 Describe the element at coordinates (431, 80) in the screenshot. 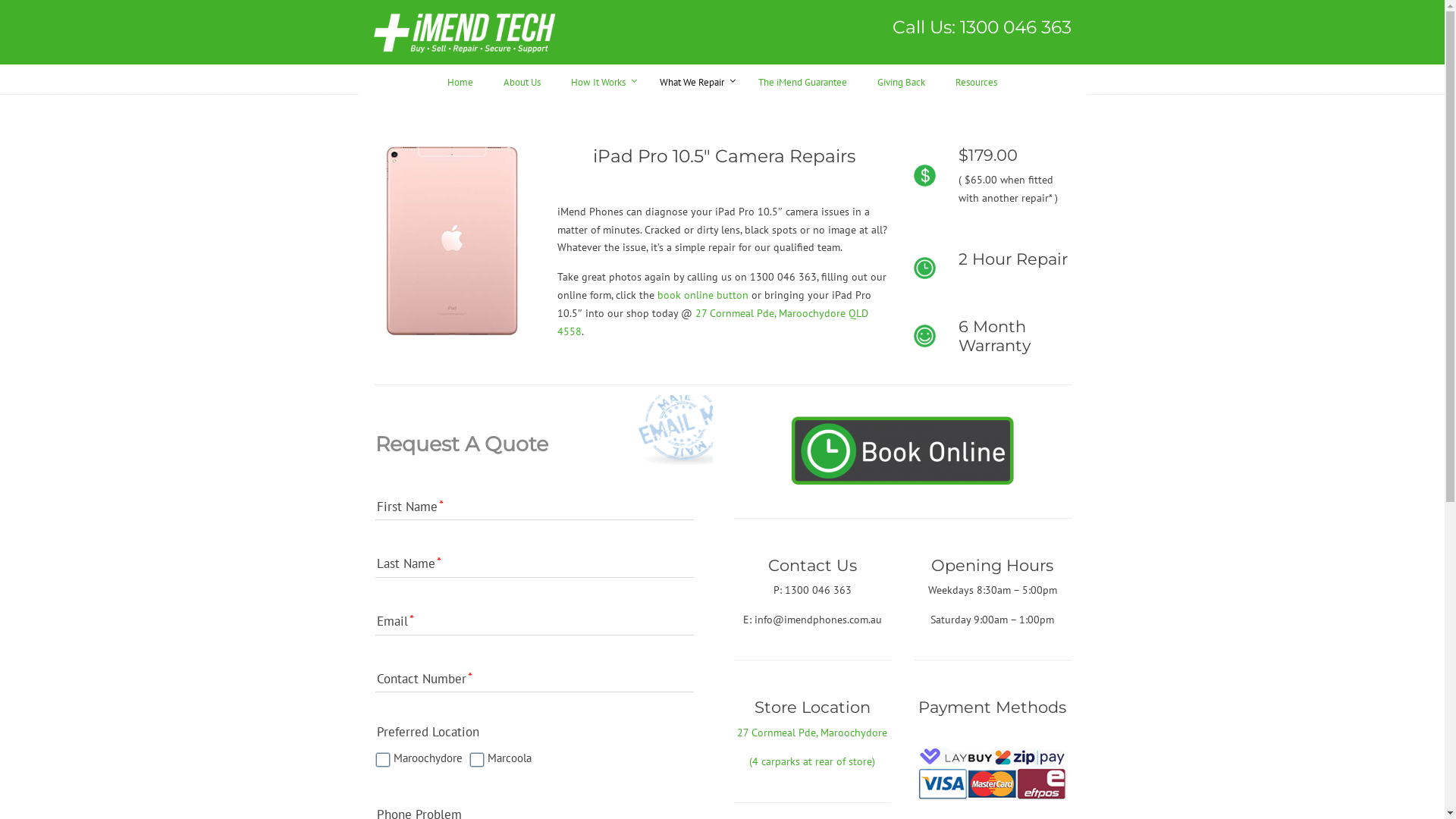

I see `'Home'` at that location.